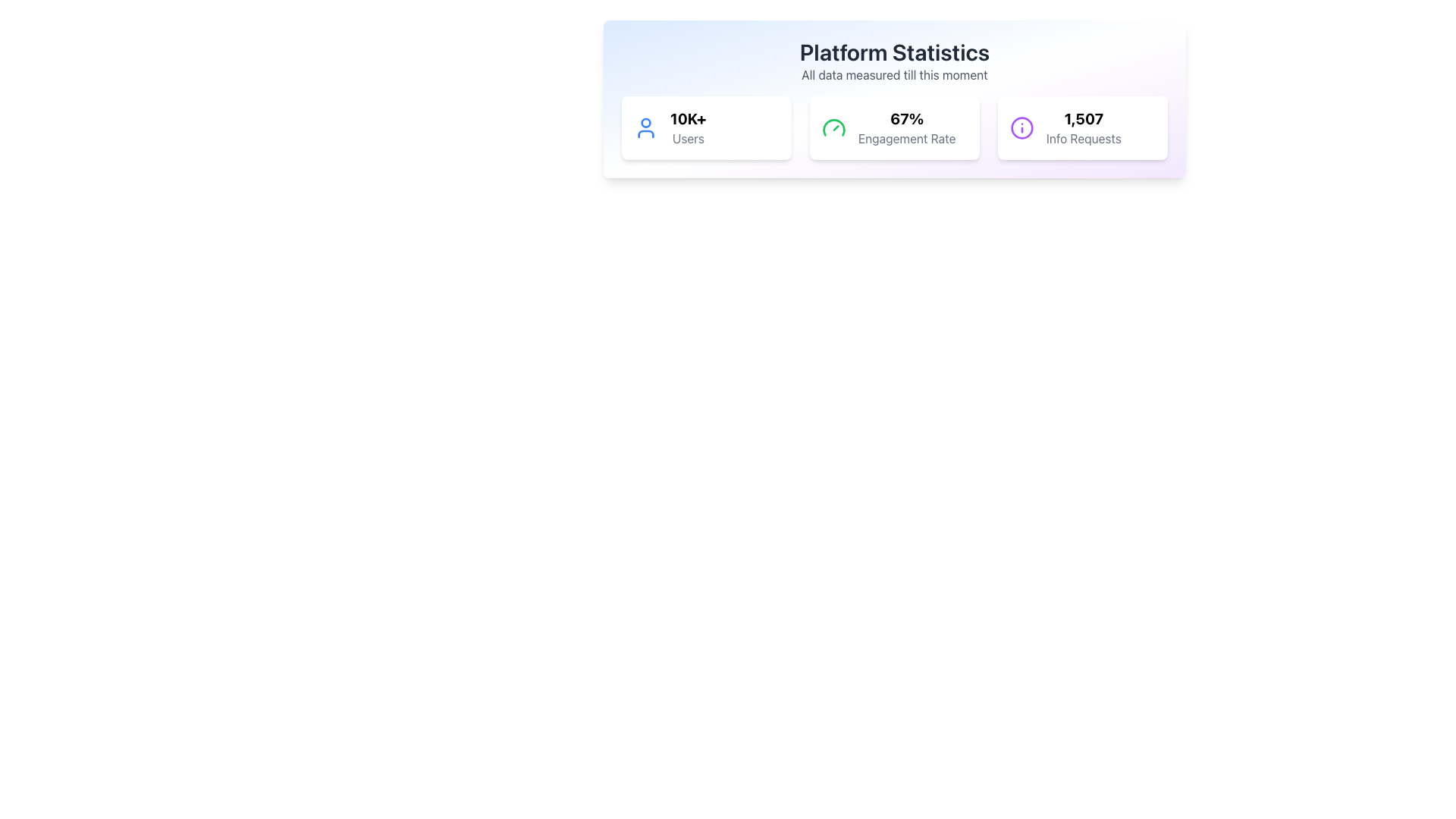  Describe the element at coordinates (687, 118) in the screenshot. I see `the bold text label displaying '10K+' which indicates user statistics, positioned above the text 'Users' and aligned with a person icon` at that location.